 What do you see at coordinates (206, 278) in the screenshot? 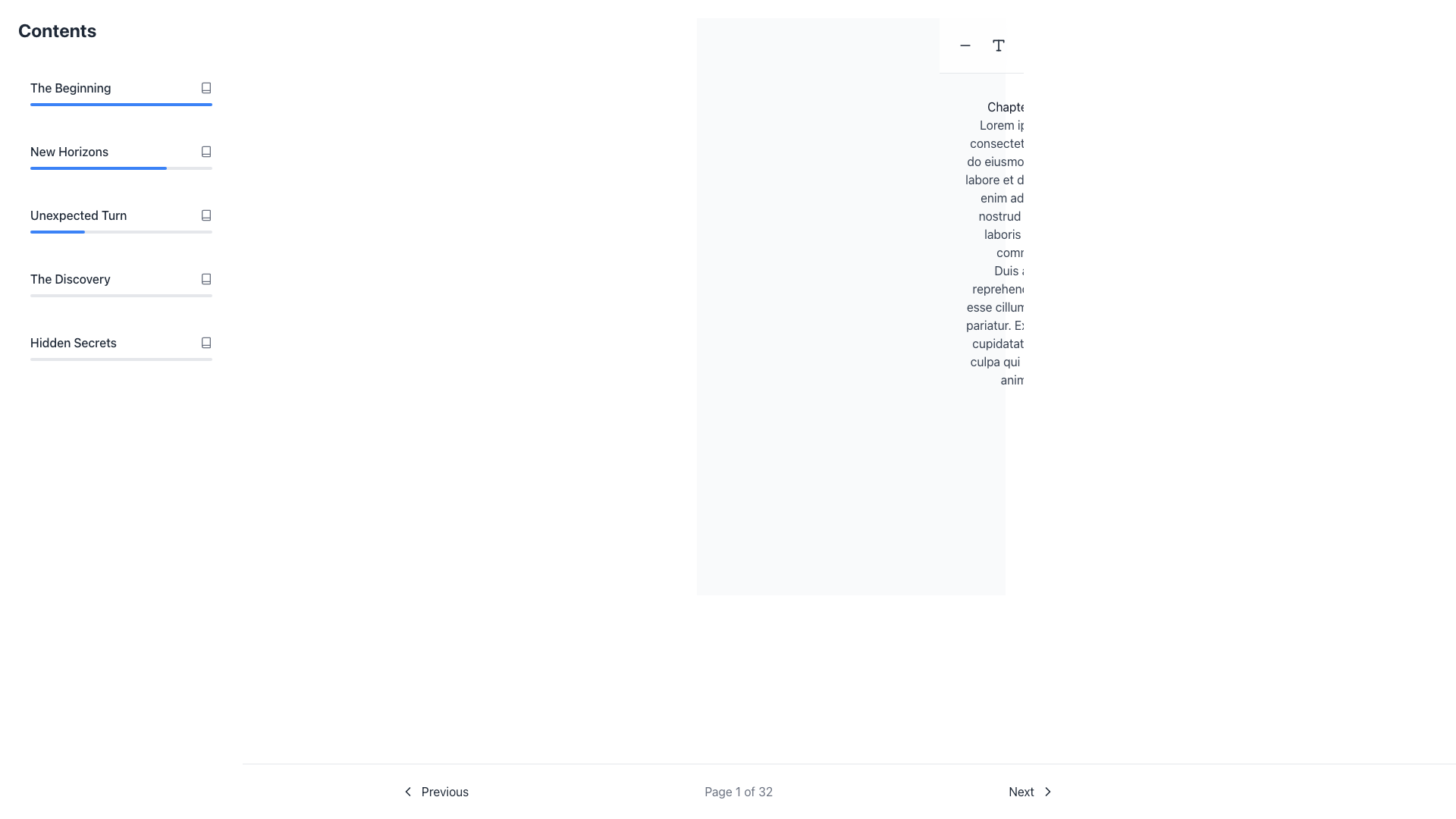
I see `the gray book icon located adjacent to the label 'The Discovery'` at bounding box center [206, 278].